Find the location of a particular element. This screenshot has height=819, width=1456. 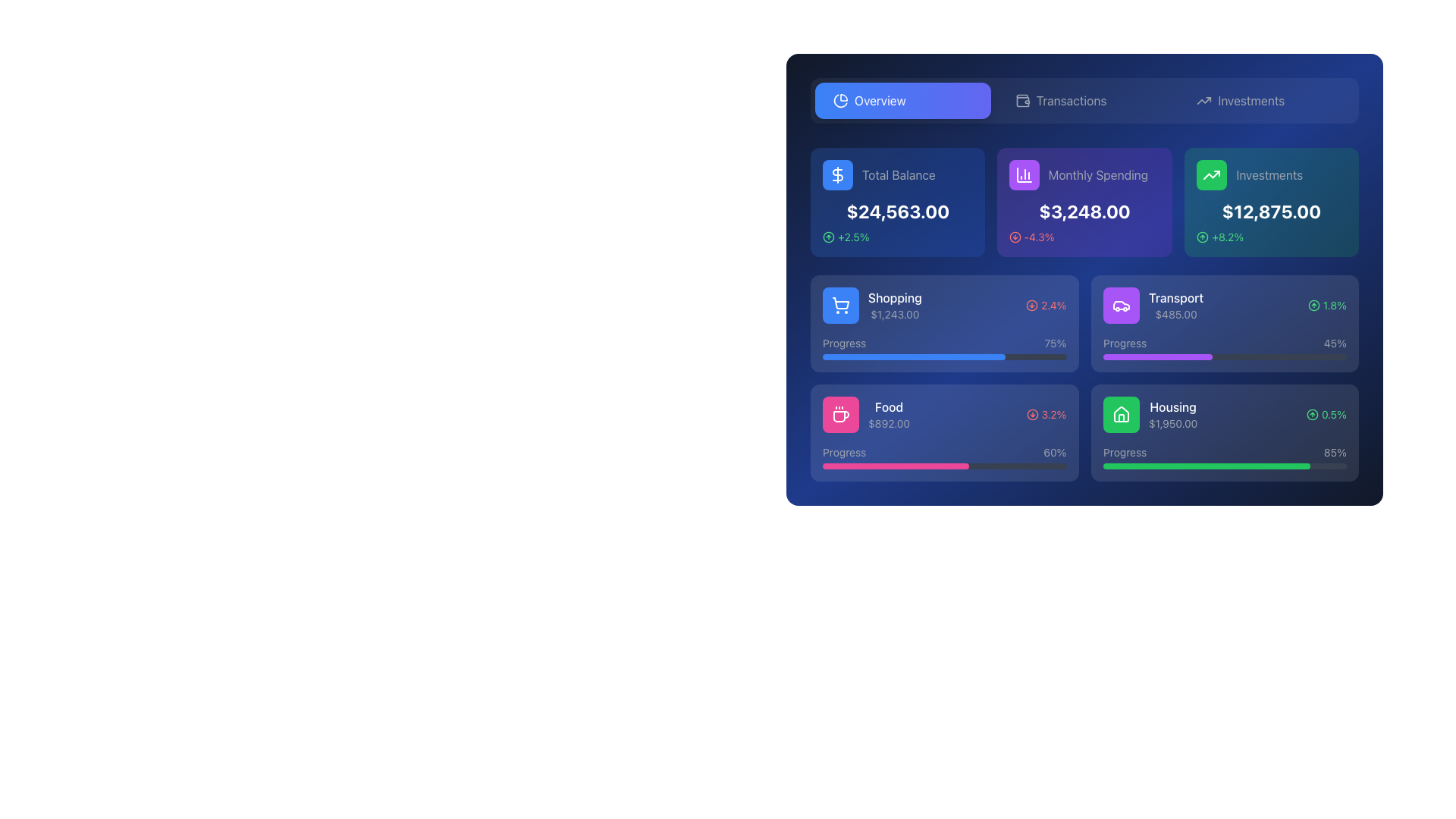

the progress bar representing a 60% completion level within the 'Food $892.00' card, located below the 'Progress' label is located at coordinates (943, 465).